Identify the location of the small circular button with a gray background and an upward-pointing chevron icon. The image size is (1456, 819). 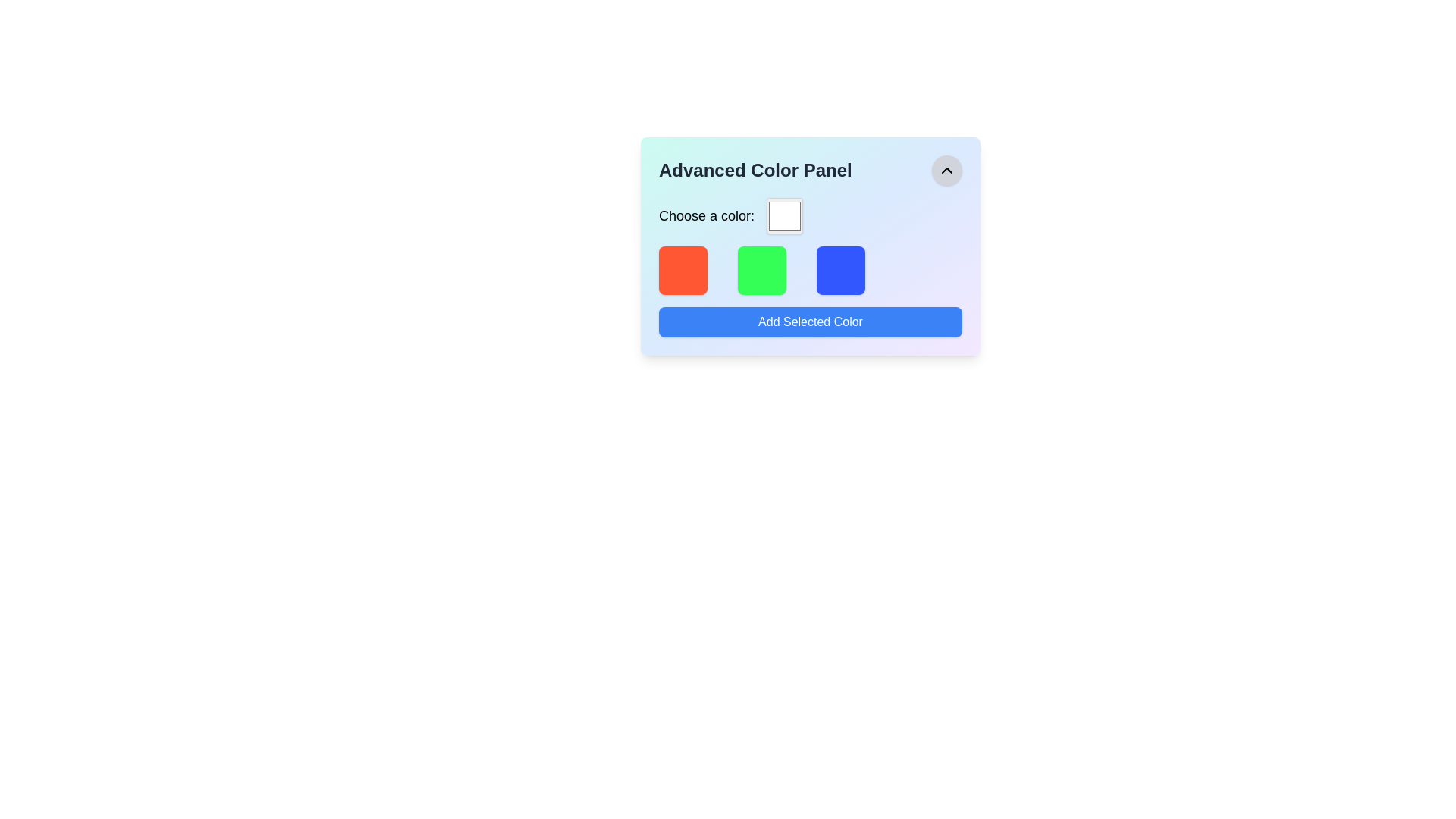
(946, 170).